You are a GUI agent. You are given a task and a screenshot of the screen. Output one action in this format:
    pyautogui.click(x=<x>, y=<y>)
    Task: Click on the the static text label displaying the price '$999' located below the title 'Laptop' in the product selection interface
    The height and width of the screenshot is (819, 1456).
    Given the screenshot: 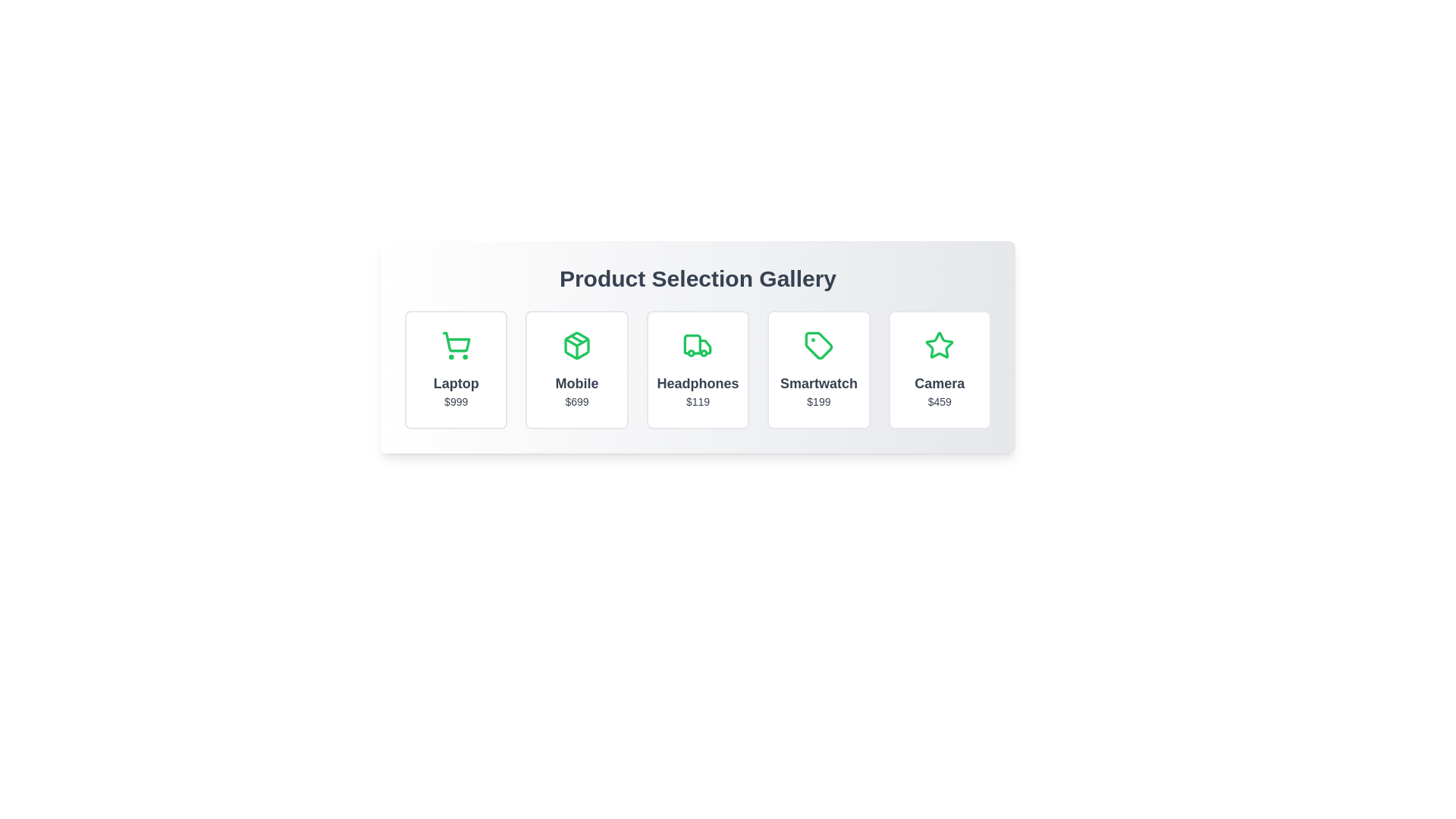 What is the action you would take?
    pyautogui.click(x=455, y=400)
    